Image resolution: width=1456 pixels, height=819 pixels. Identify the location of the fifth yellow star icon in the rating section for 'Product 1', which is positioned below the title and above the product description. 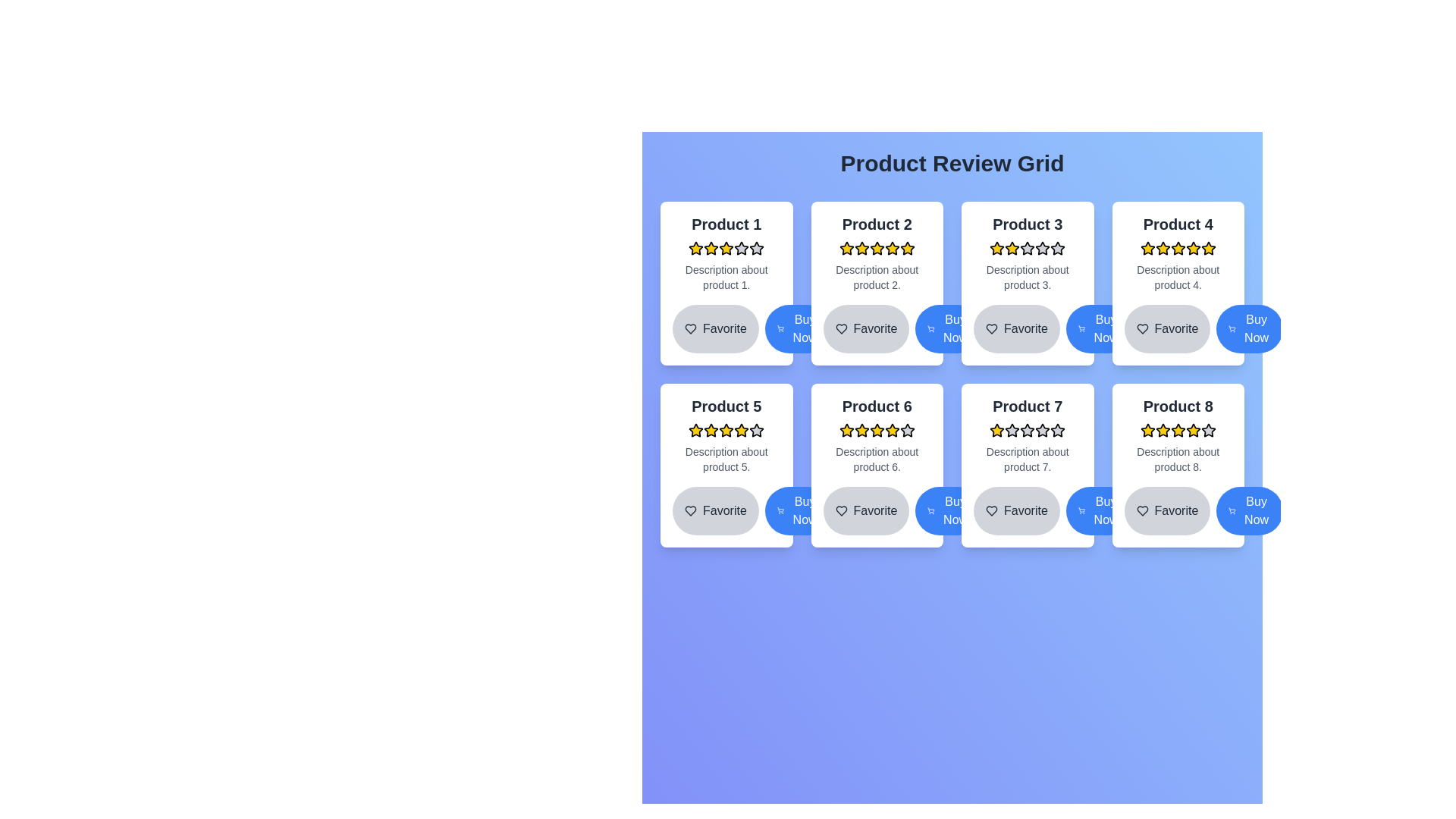
(726, 247).